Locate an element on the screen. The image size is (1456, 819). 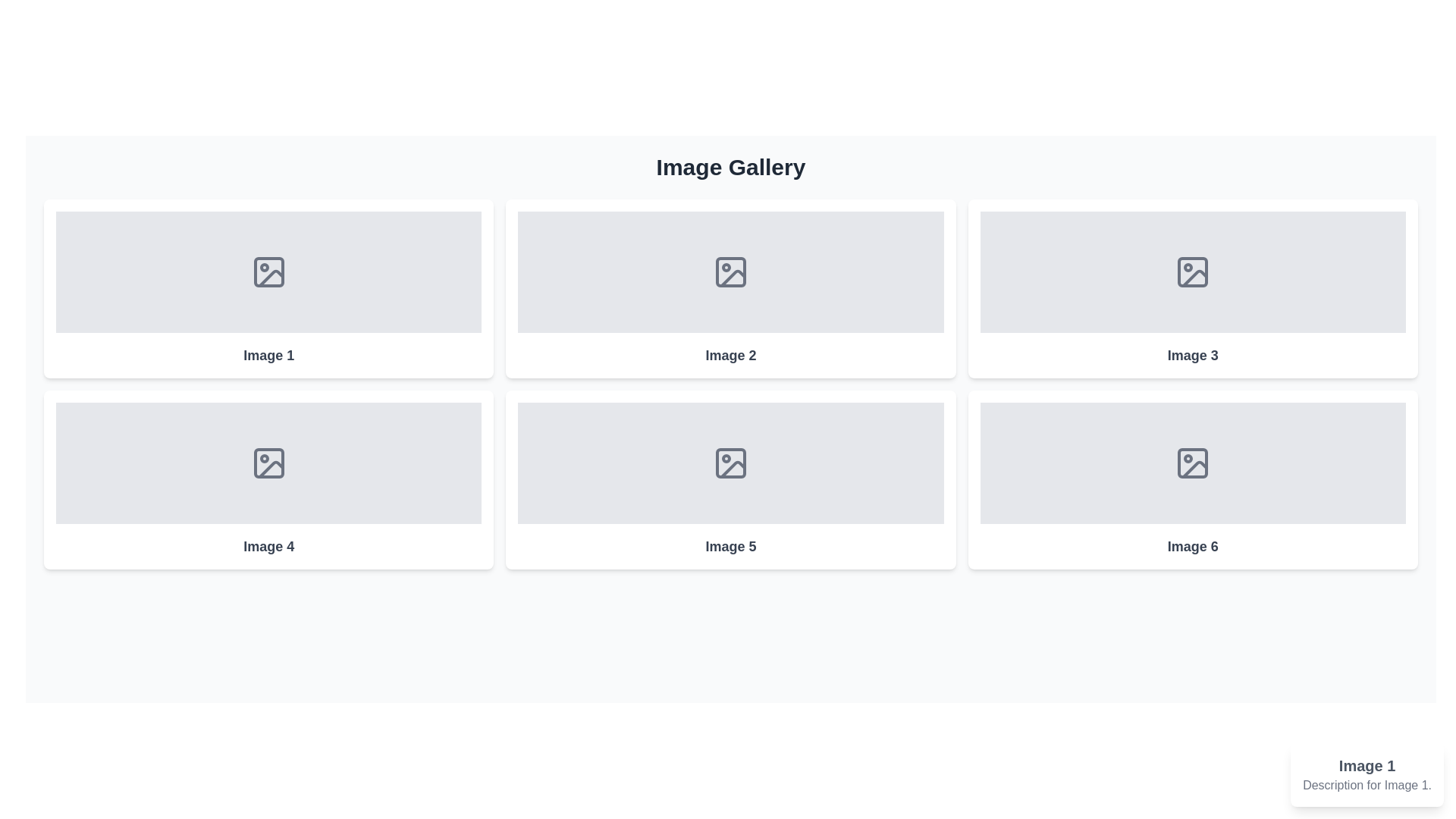
the gray icon representing a generic image located in the second box of the first row in the 'Image Gallery' section is located at coordinates (731, 271).